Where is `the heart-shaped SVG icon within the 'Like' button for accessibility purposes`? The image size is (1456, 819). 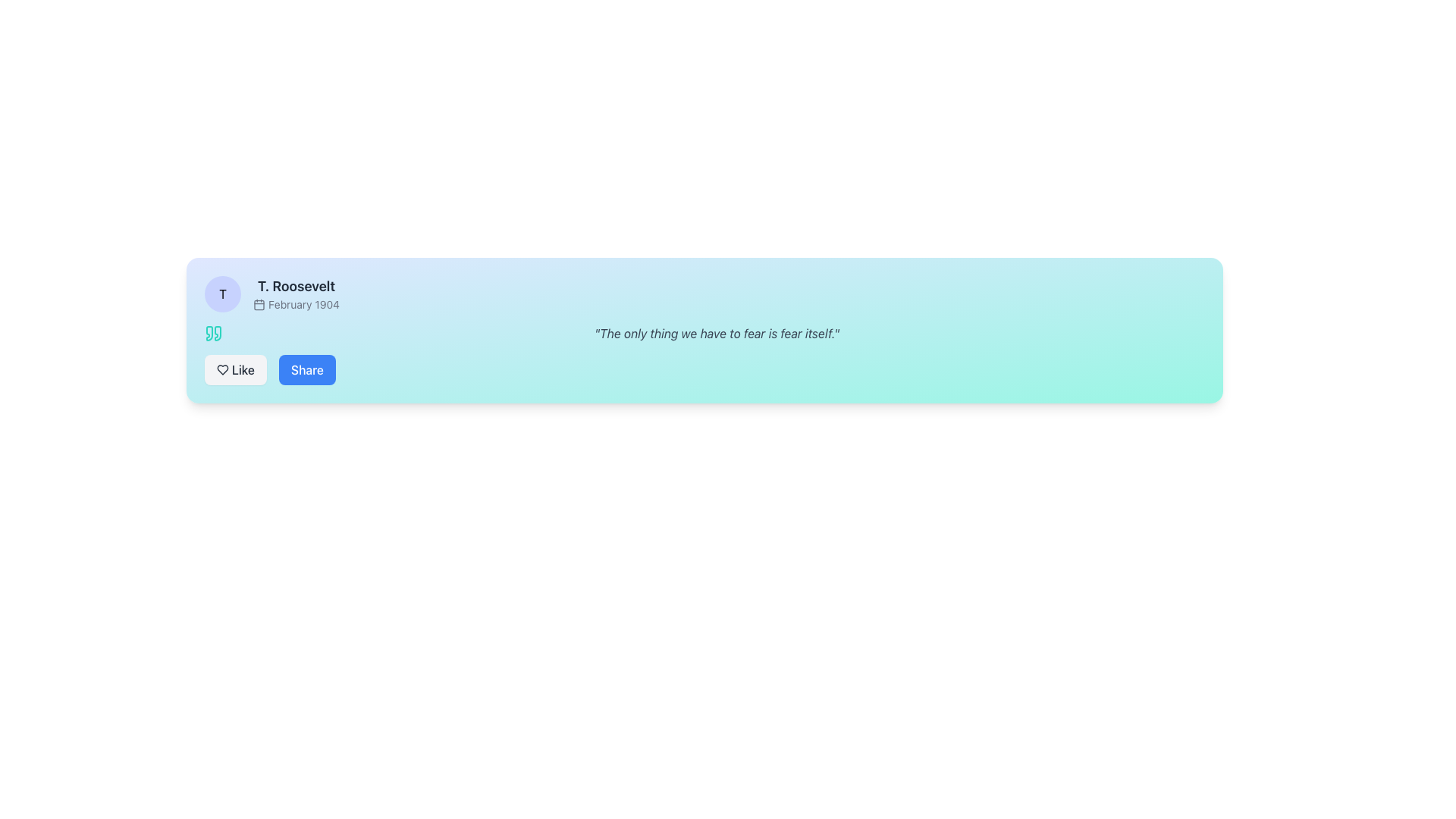
the heart-shaped SVG icon within the 'Like' button for accessibility purposes is located at coordinates (221, 370).